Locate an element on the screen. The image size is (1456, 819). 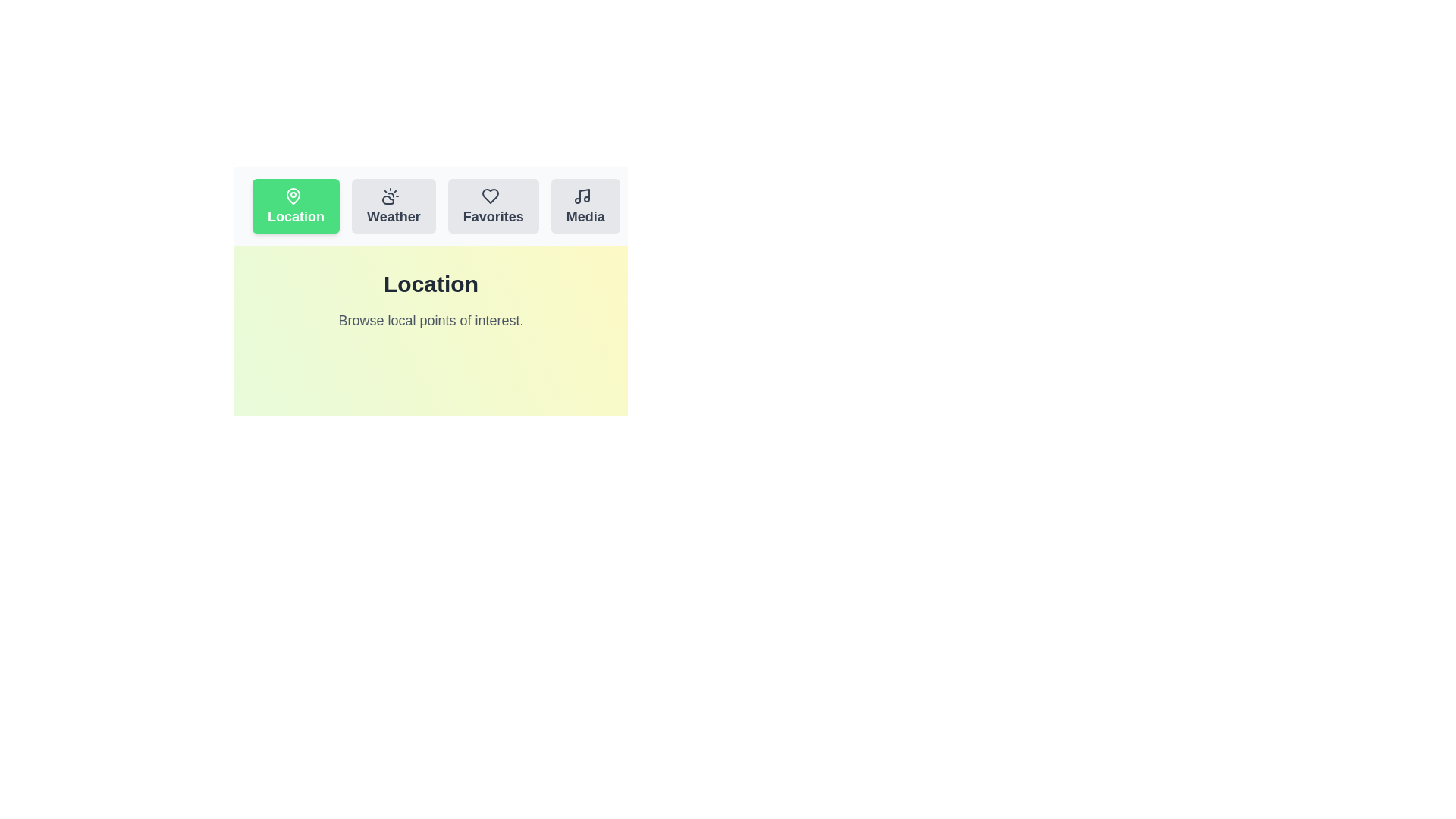
the tab labeled Location is located at coordinates (296, 206).